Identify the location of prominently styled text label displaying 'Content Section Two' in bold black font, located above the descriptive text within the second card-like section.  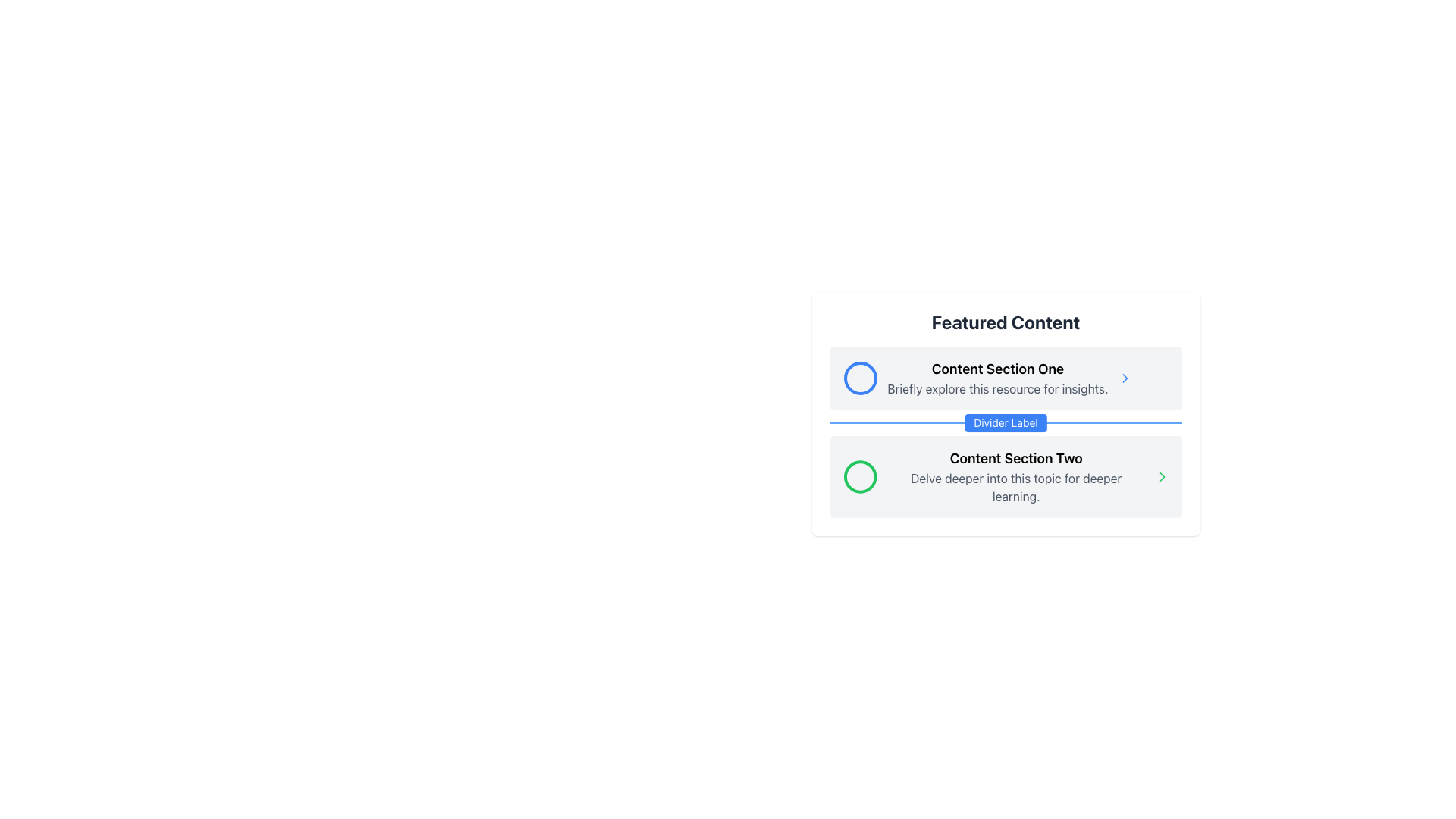
(1016, 458).